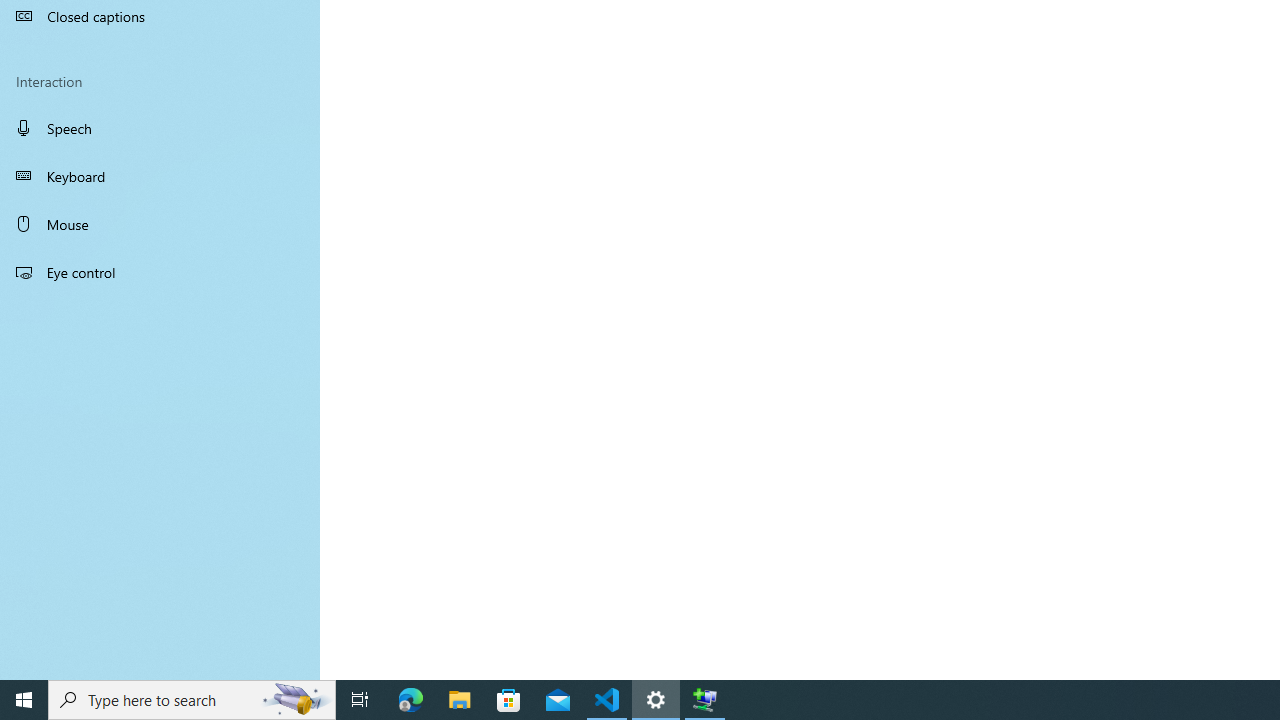 The width and height of the screenshot is (1280, 720). I want to click on 'Extensible Wizards Host Process - 1 running window', so click(705, 698).